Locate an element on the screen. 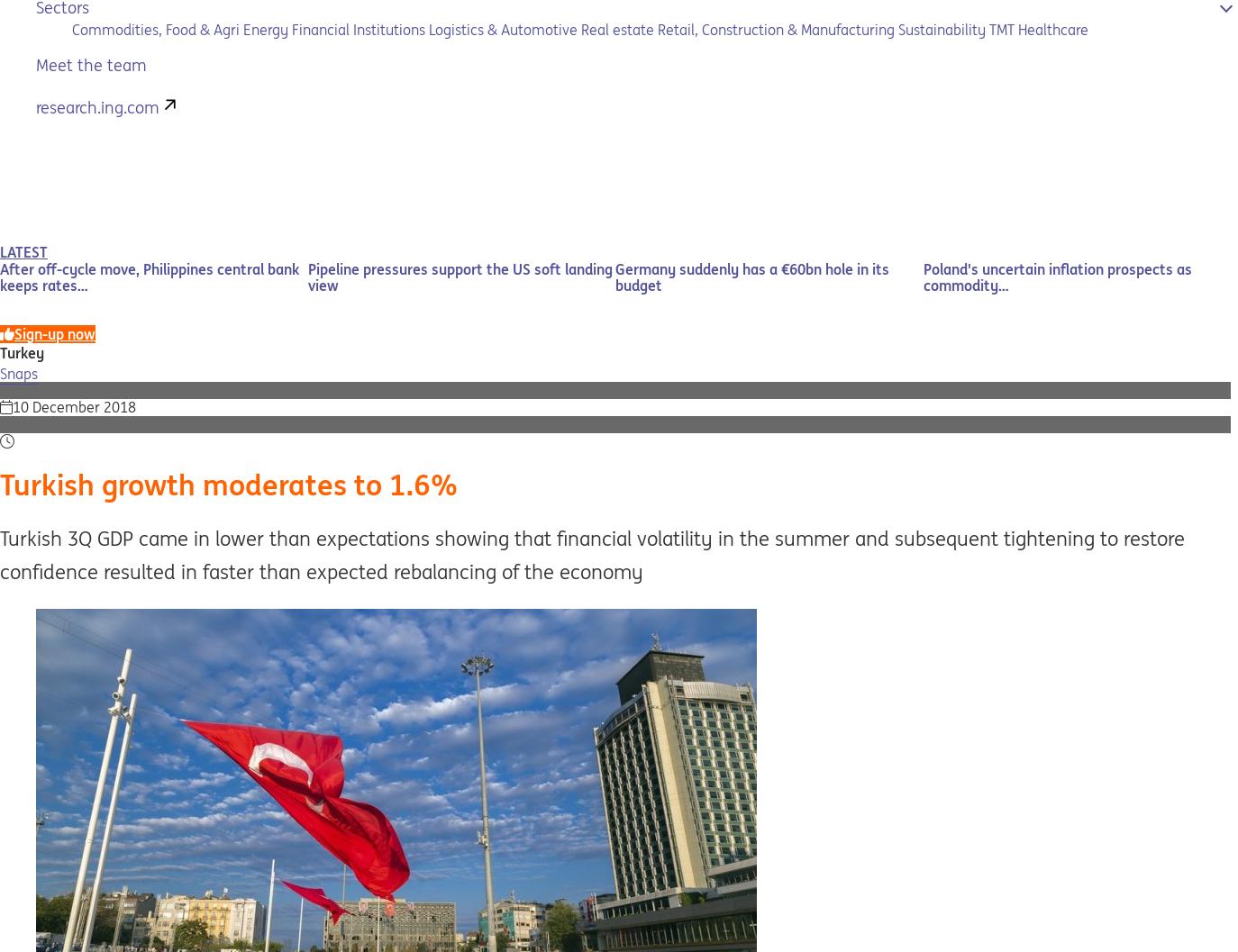 This screenshot has height=952, width=1238. 'Sustainability' is located at coordinates (942, 29).